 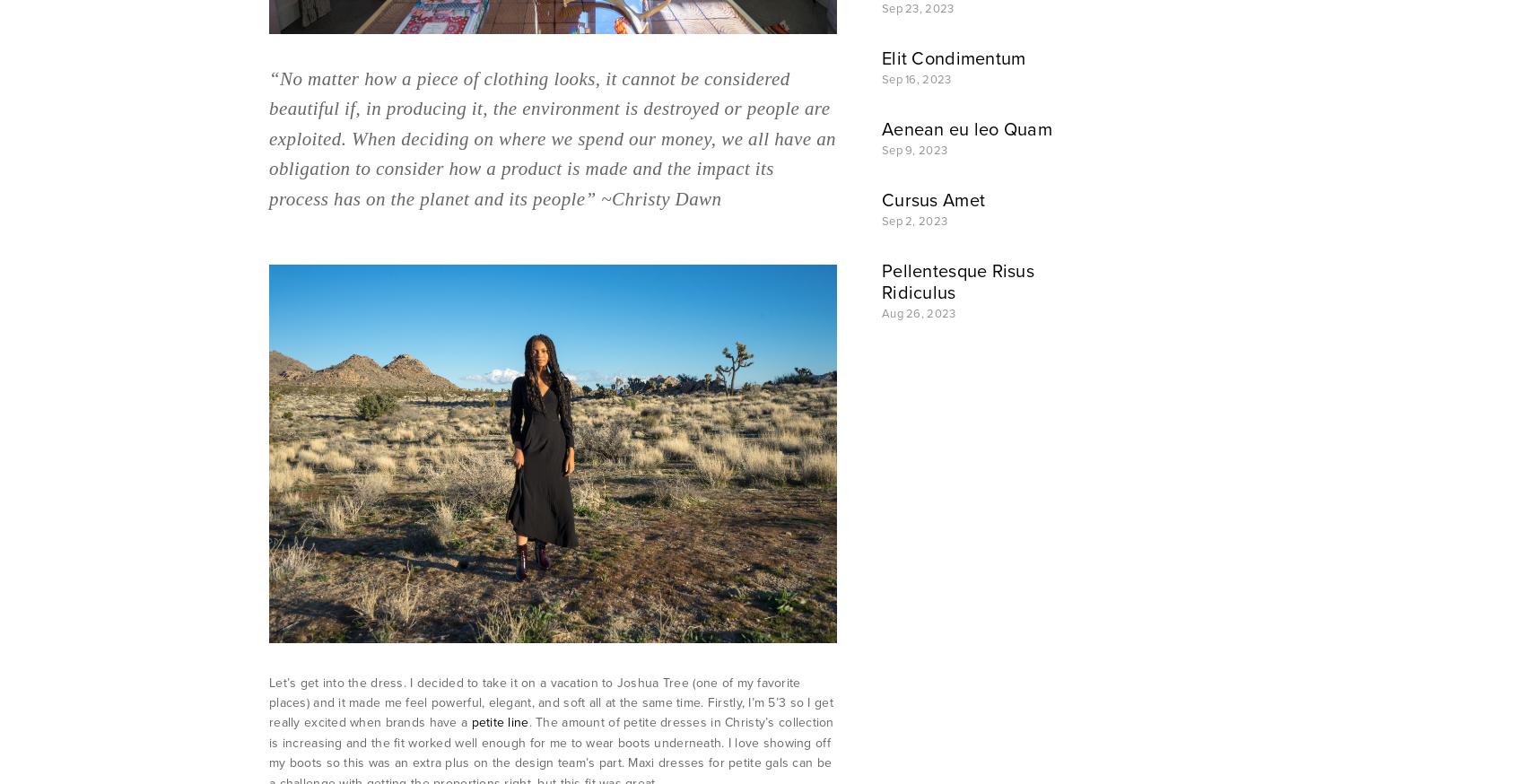 I want to click on 'Aug 26, 2023', so click(x=919, y=312).